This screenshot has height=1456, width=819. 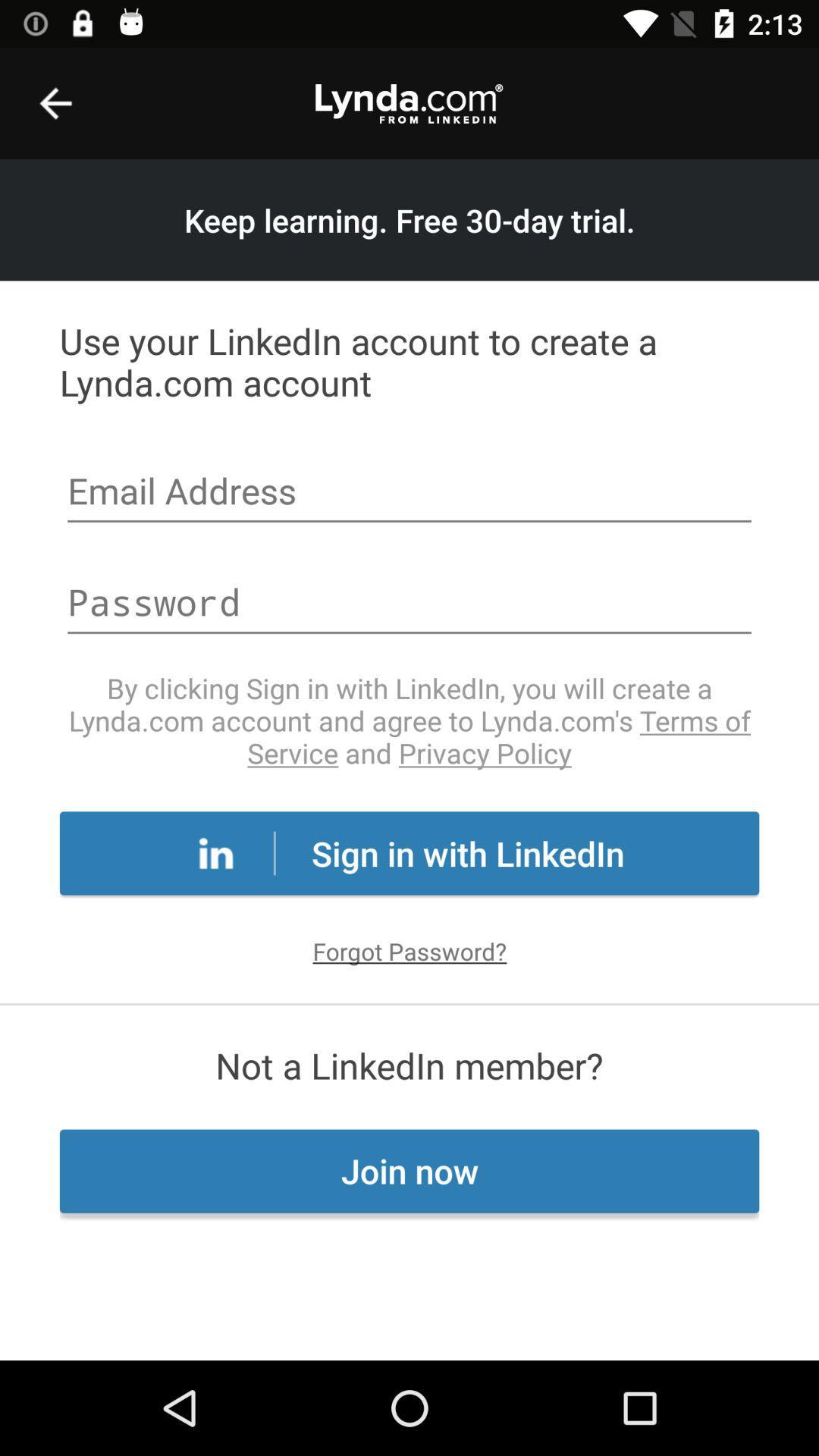 I want to click on the join now at the bottom of the page, so click(x=409, y=1171).